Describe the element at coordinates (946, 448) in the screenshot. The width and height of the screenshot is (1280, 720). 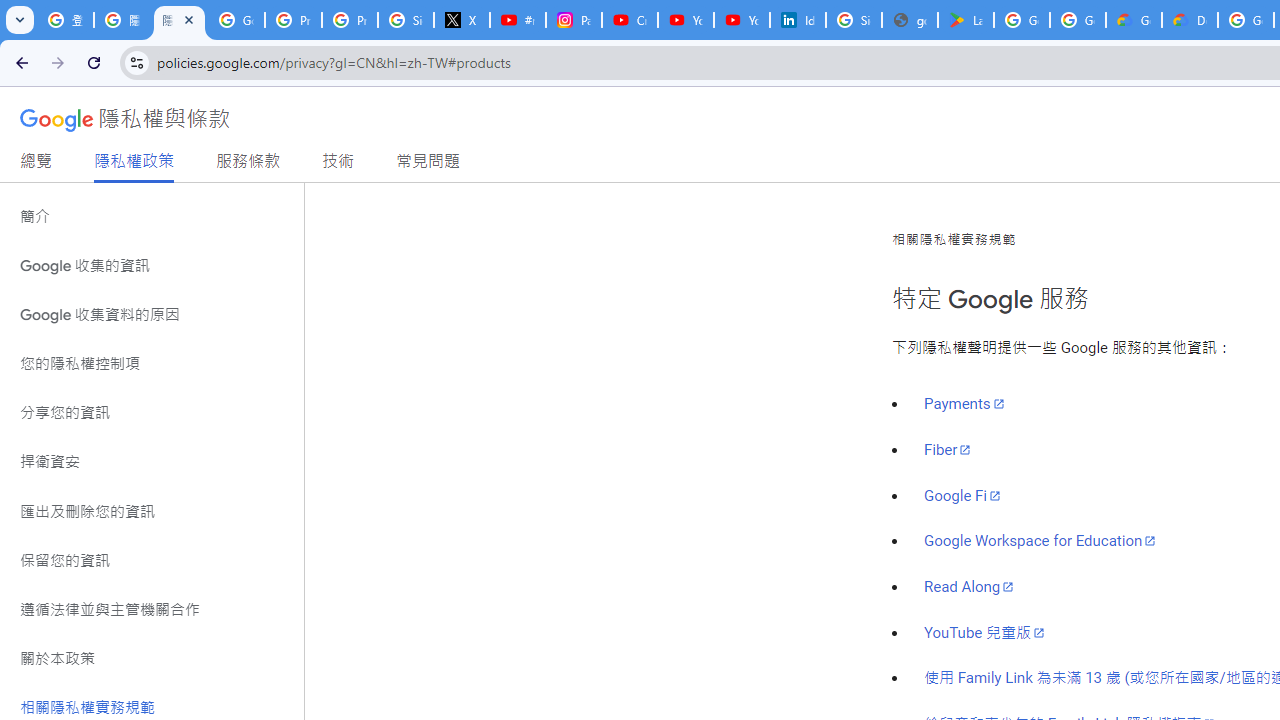
I see `'Fiber'` at that location.